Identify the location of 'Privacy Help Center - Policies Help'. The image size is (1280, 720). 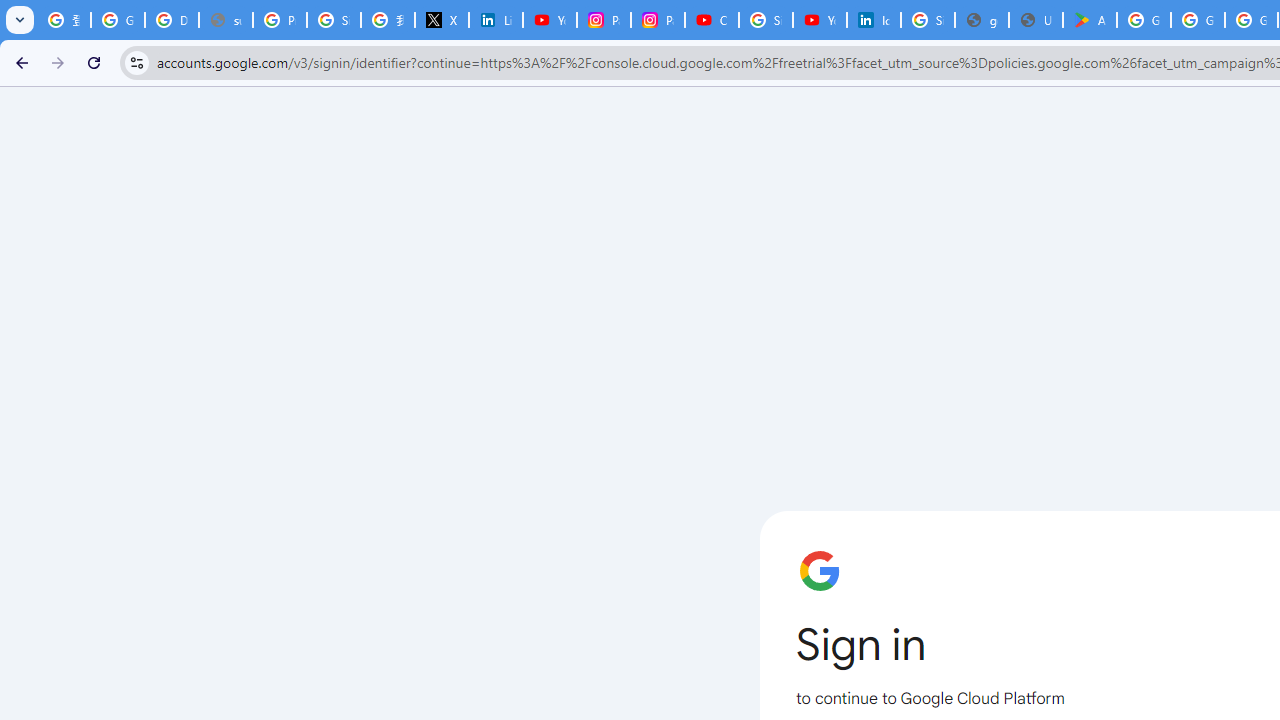
(279, 20).